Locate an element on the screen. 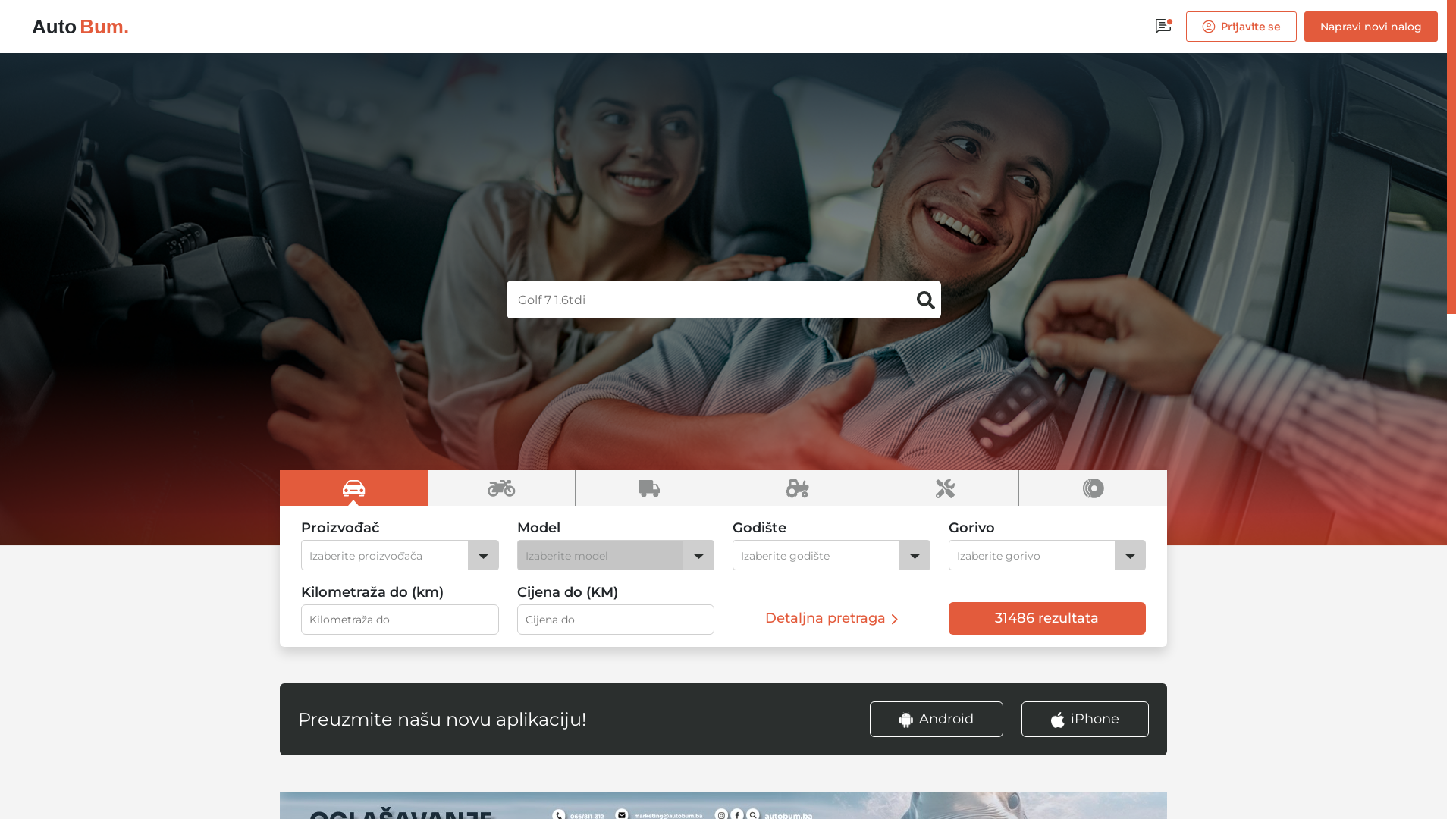 The width and height of the screenshot is (1456, 819). 'Detaljna pretraga' is located at coordinates (830, 617).